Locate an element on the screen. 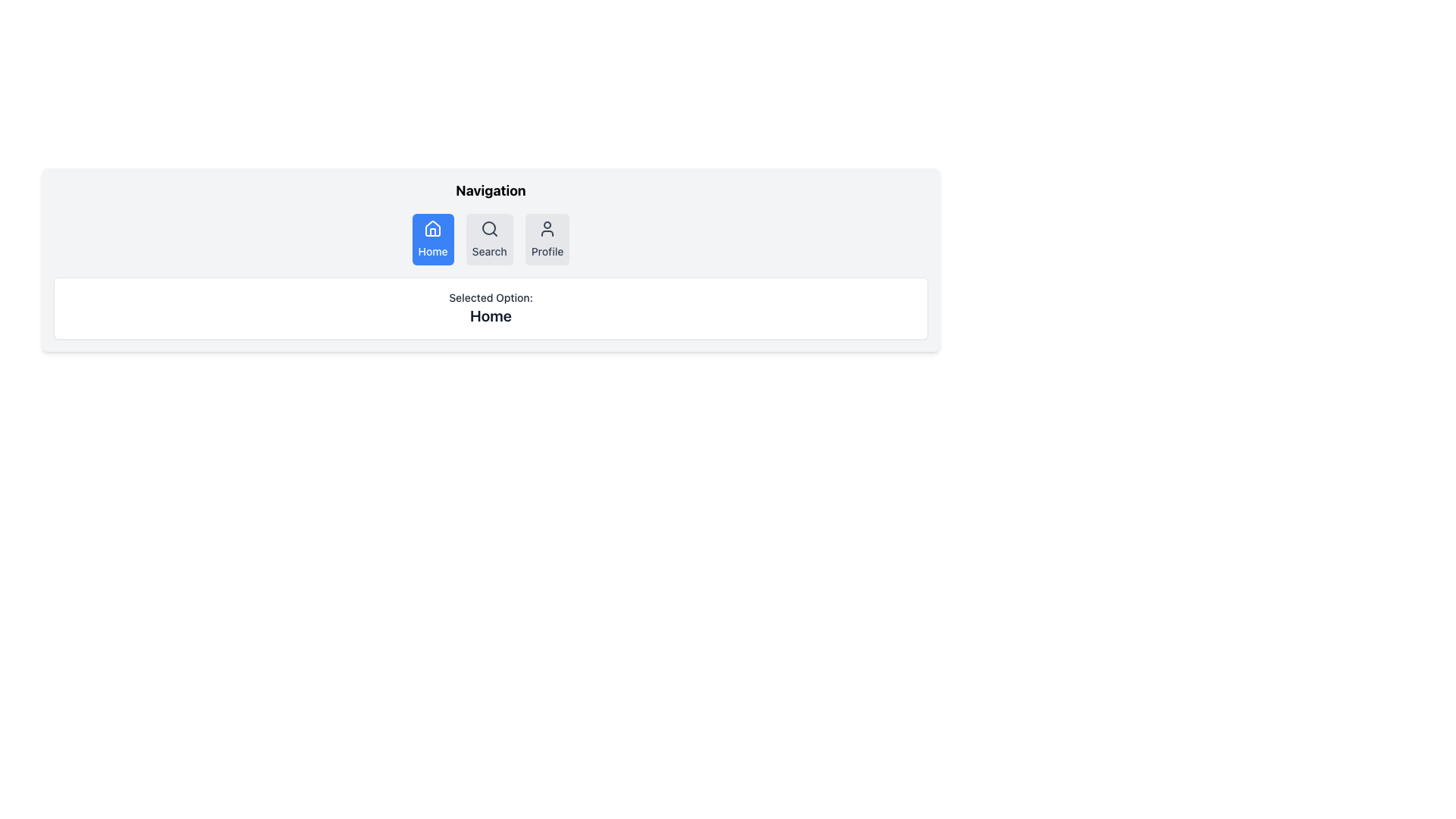 The height and width of the screenshot is (819, 1456). the Text Display Box displaying 'Selected Option: Home', which is centrally located beneath the navigation bar and has a white background with bold styling on 'Home' is located at coordinates (491, 308).